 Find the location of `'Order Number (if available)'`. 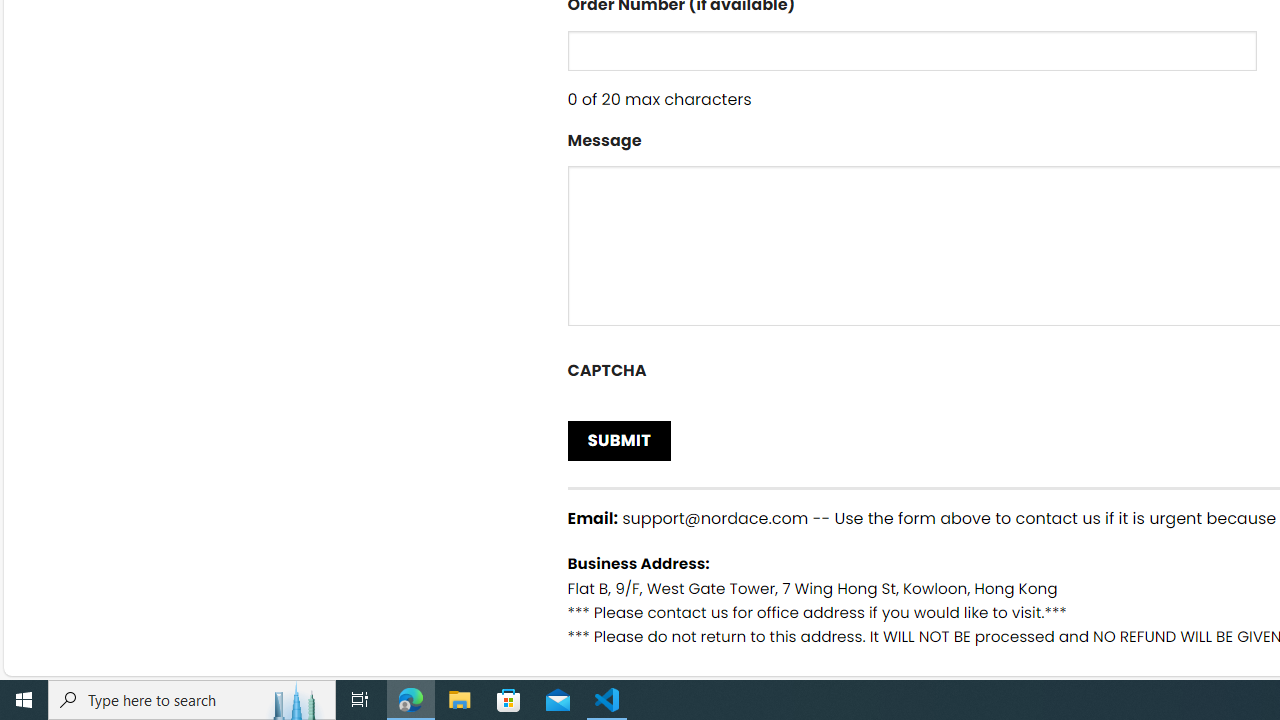

'Order Number (if available)' is located at coordinates (911, 49).